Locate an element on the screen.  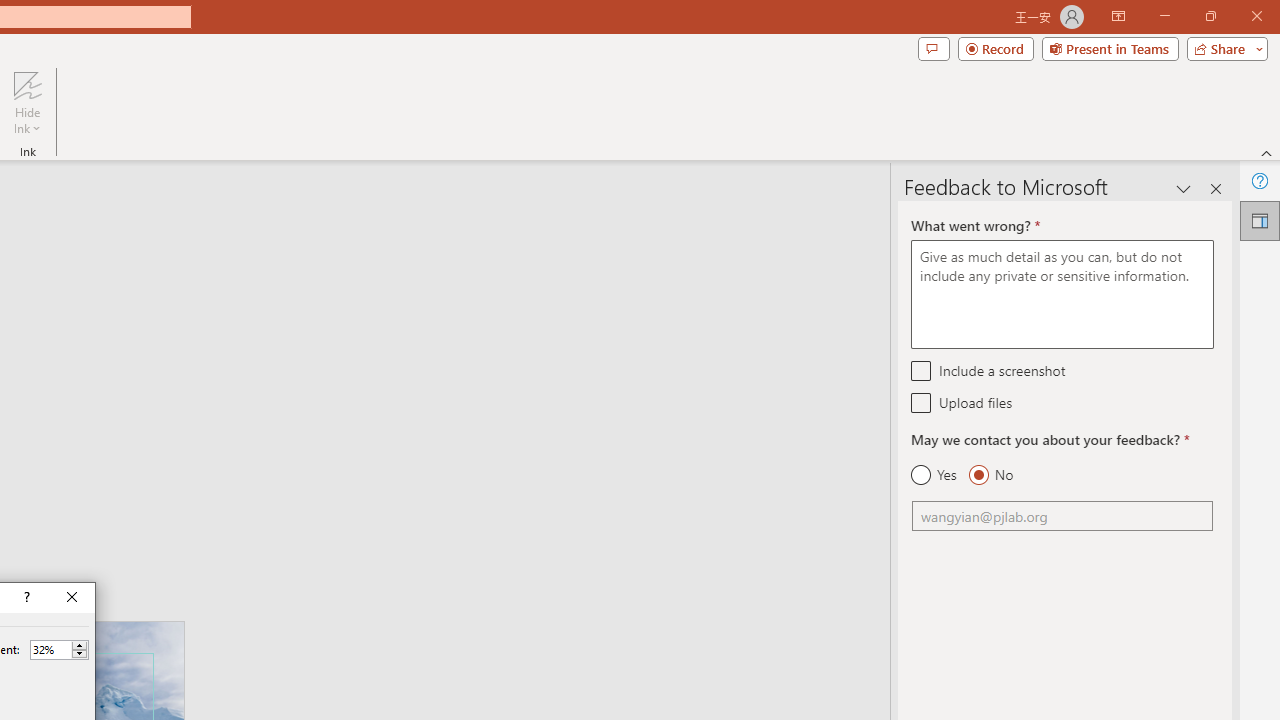
'Hide Ink' is located at coordinates (27, 103).